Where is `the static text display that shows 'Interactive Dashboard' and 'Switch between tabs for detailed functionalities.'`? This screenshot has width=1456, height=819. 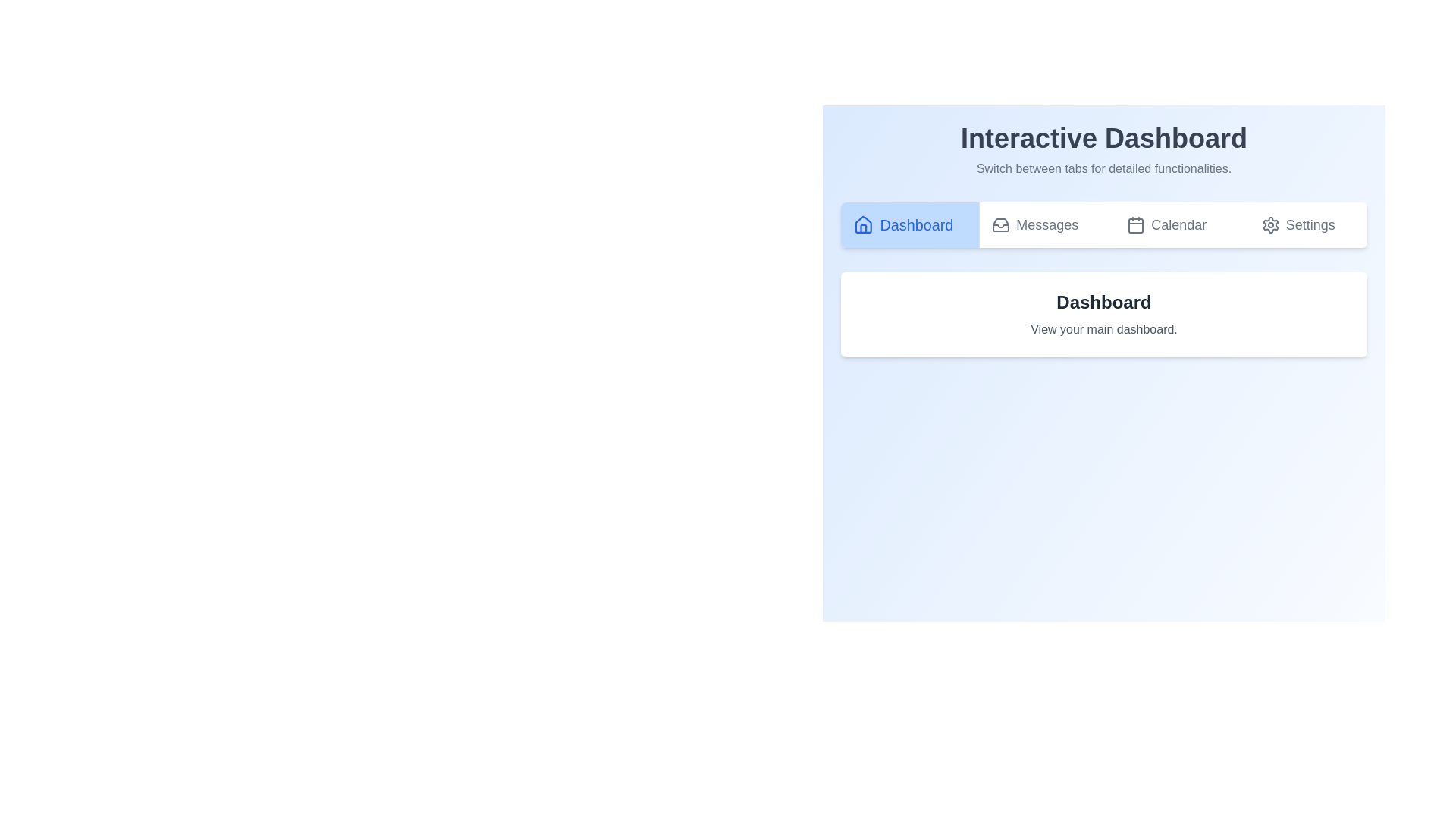 the static text display that shows 'Interactive Dashboard' and 'Switch between tabs for detailed functionalities.' is located at coordinates (1103, 151).